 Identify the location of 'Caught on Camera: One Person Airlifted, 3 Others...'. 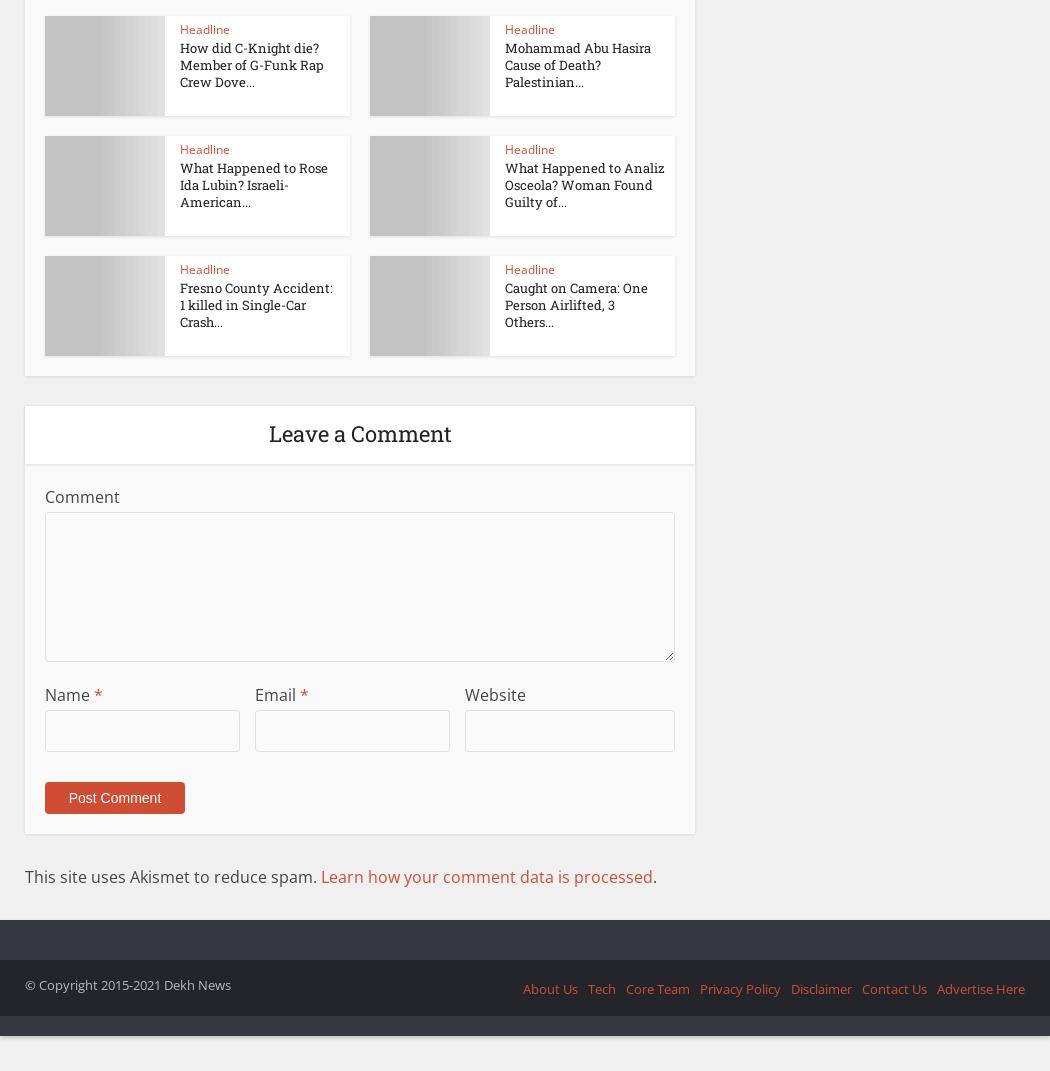
(504, 305).